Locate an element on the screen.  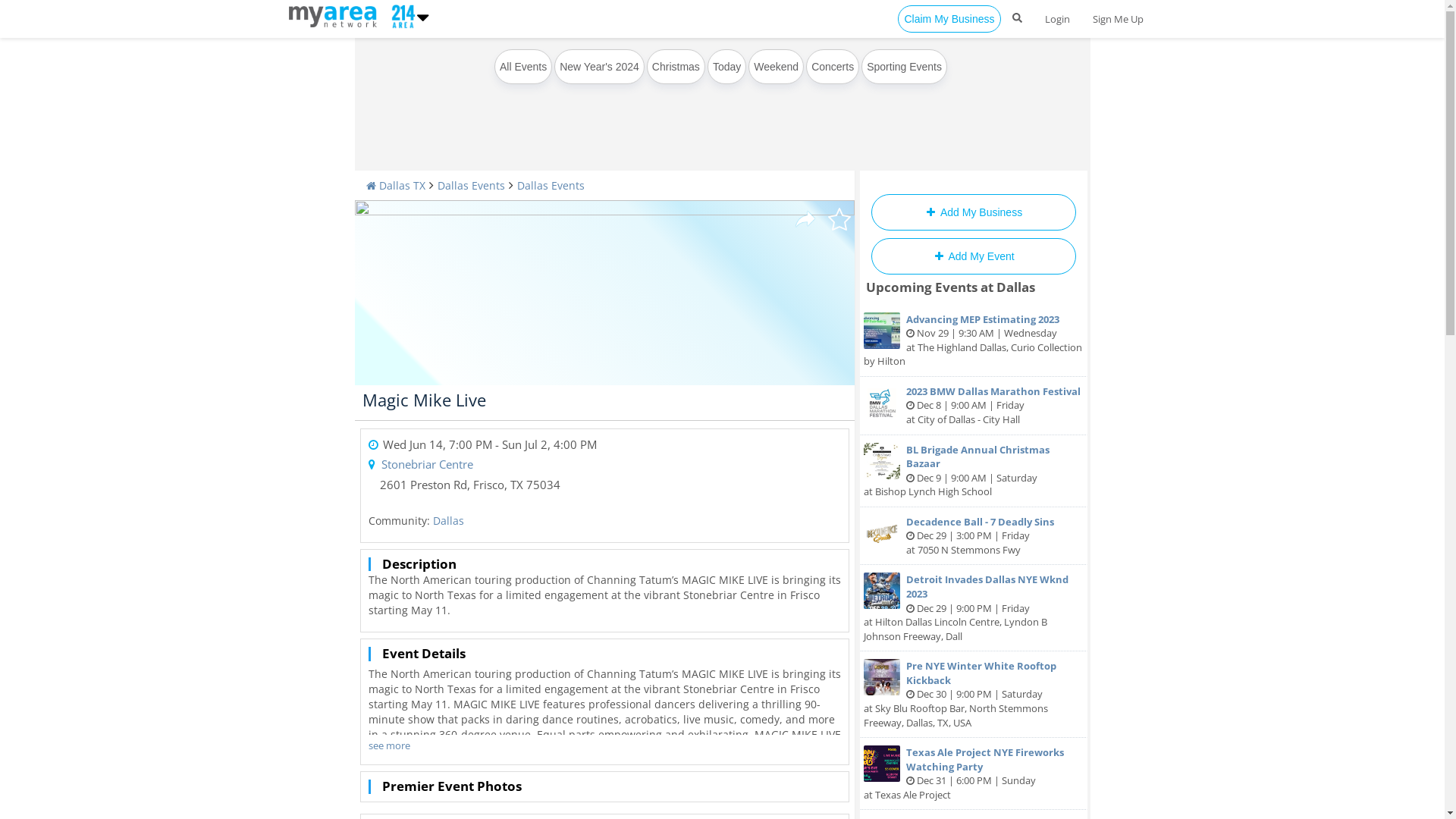
'Stonebriar Centre' is located at coordinates (425, 463).